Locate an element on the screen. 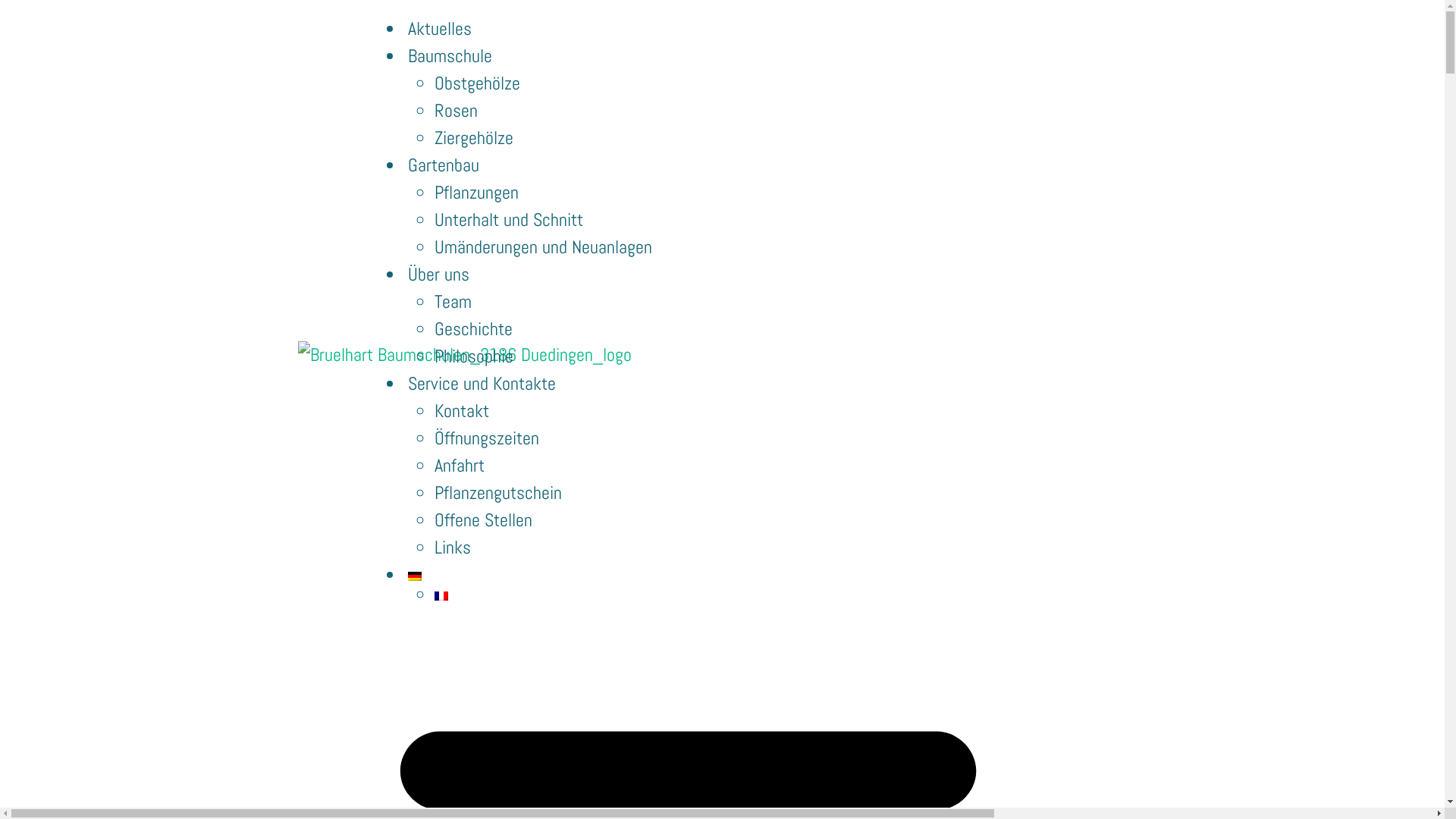  'Aktuelles' is located at coordinates (403, 28).